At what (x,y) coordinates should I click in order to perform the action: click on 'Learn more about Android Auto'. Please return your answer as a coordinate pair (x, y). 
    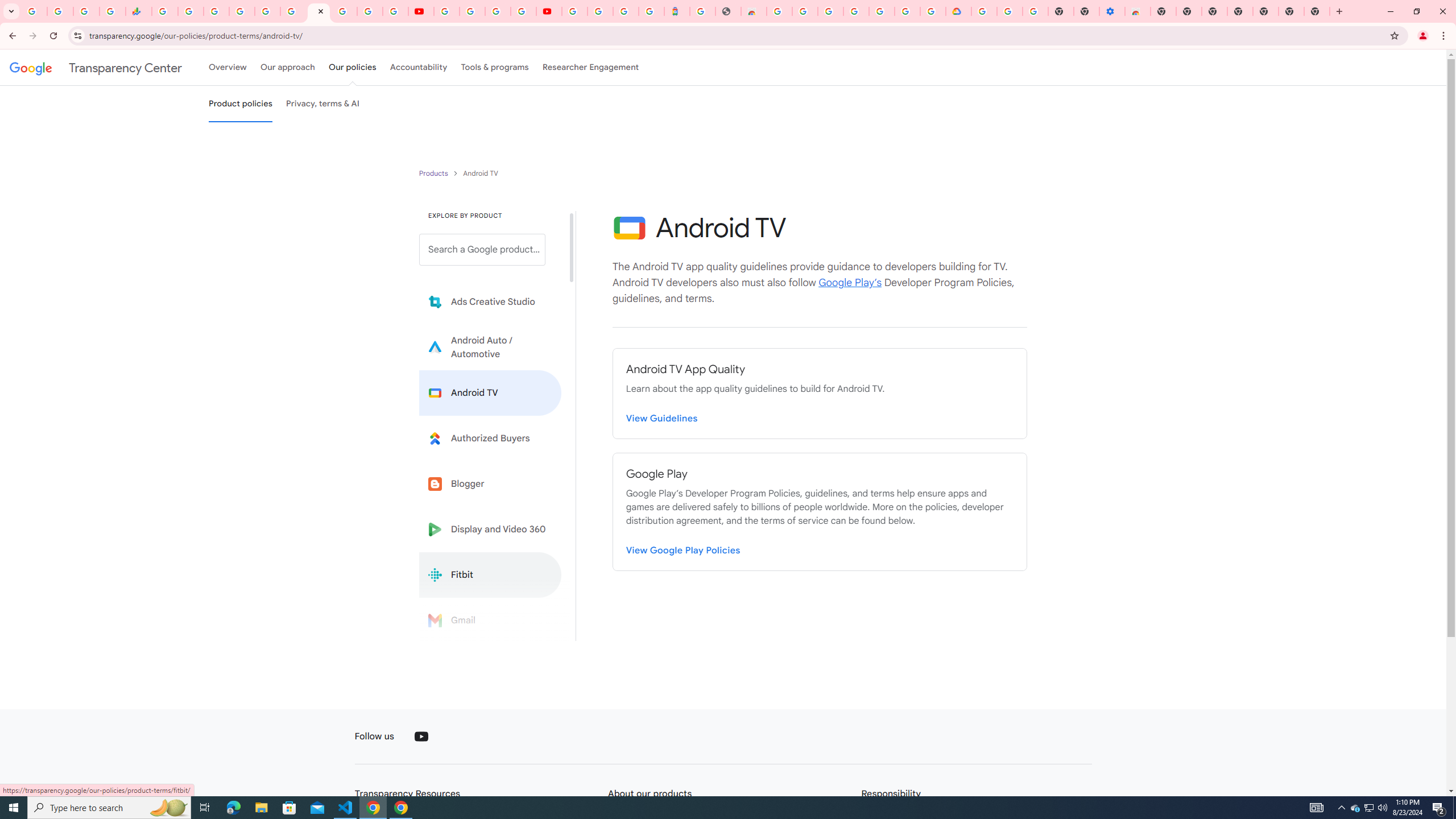
    Looking at the image, I should click on (490, 347).